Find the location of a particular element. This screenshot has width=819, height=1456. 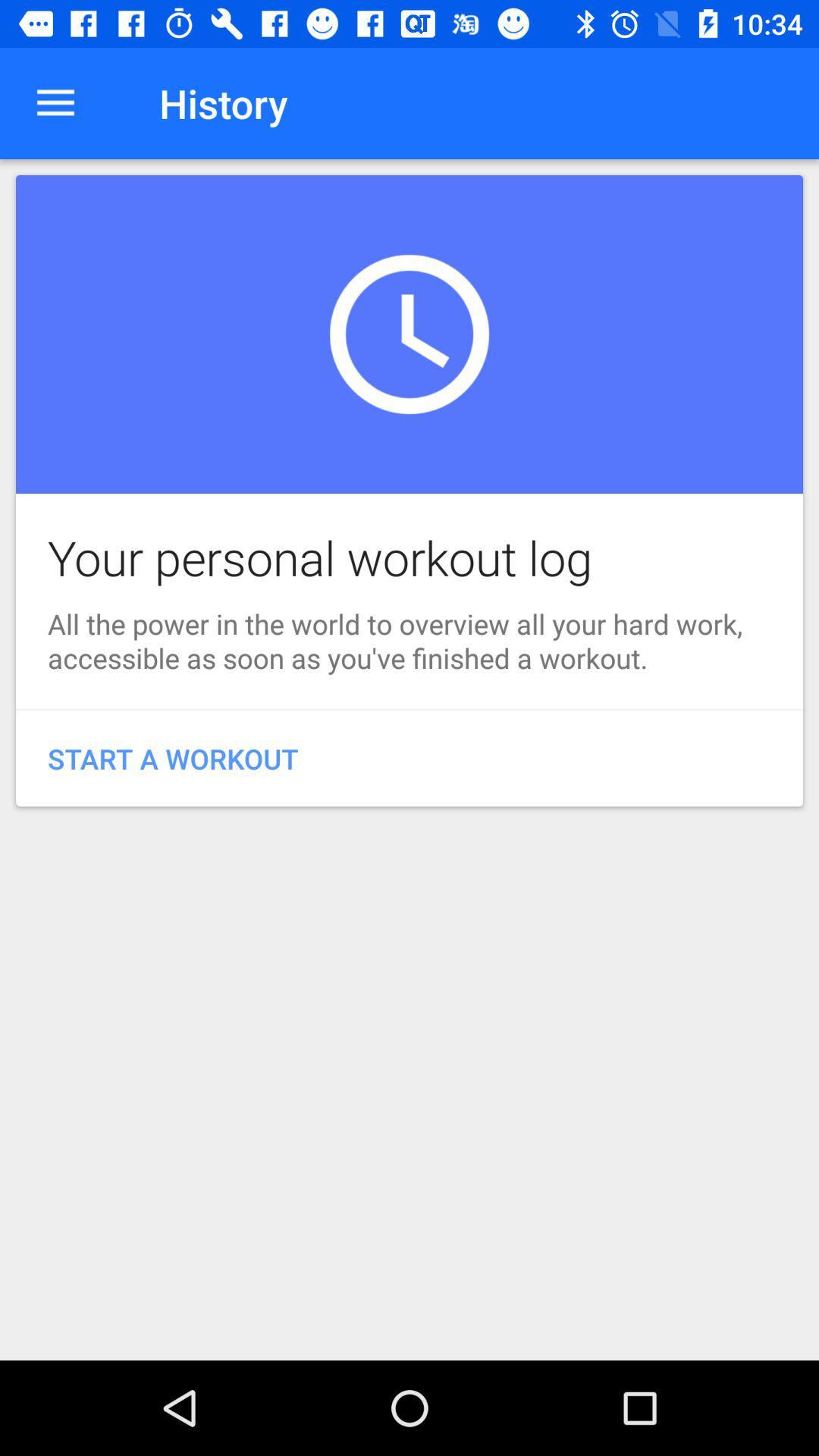

the icon next to the history is located at coordinates (55, 102).